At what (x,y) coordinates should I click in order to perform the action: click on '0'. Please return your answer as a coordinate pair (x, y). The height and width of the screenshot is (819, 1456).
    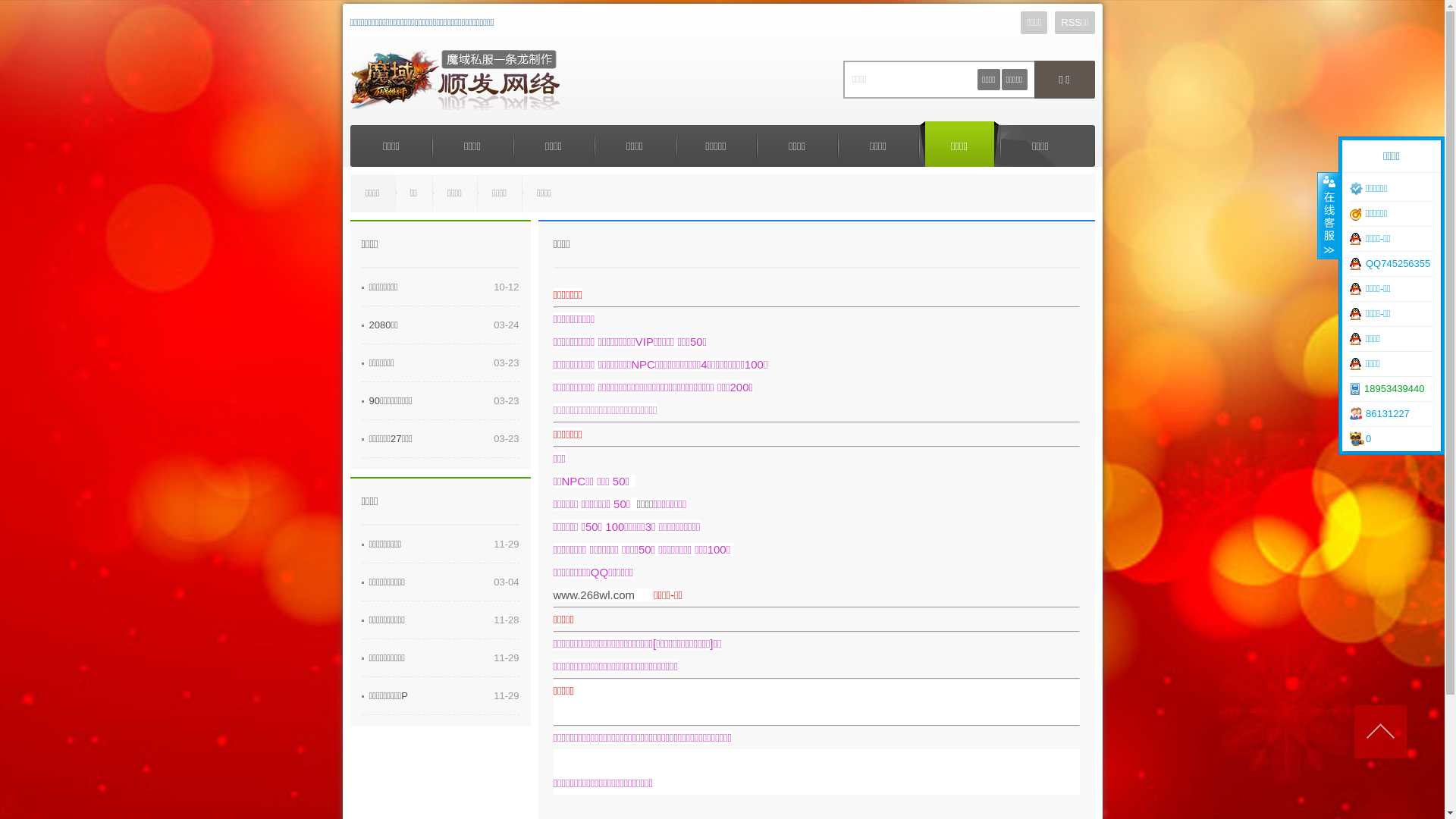
    Looking at the image, I should click on (1391, 438).